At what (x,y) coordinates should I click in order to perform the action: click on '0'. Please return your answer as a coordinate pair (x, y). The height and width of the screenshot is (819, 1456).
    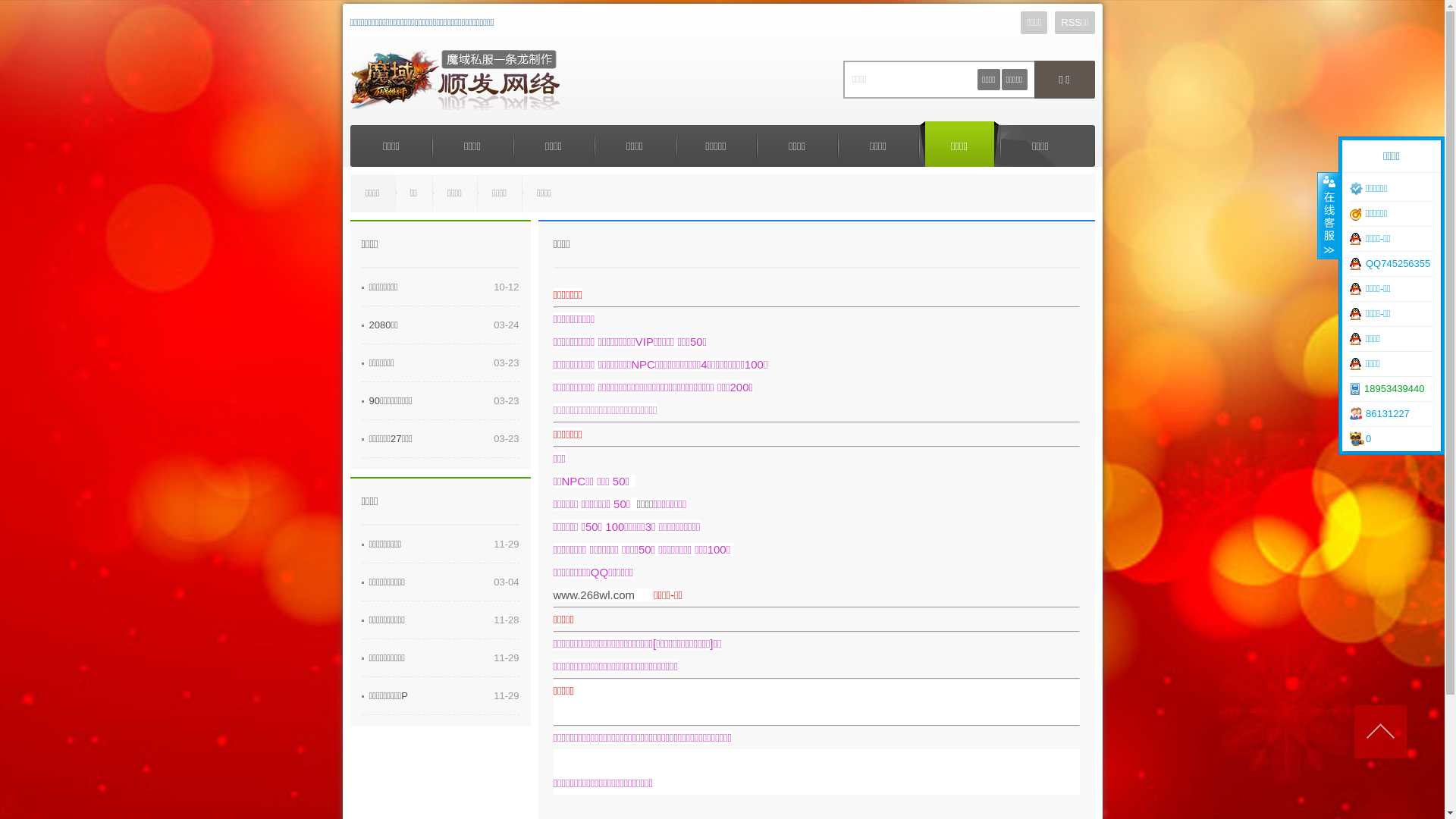
    Looking at the image, I should click on (1391, 438).